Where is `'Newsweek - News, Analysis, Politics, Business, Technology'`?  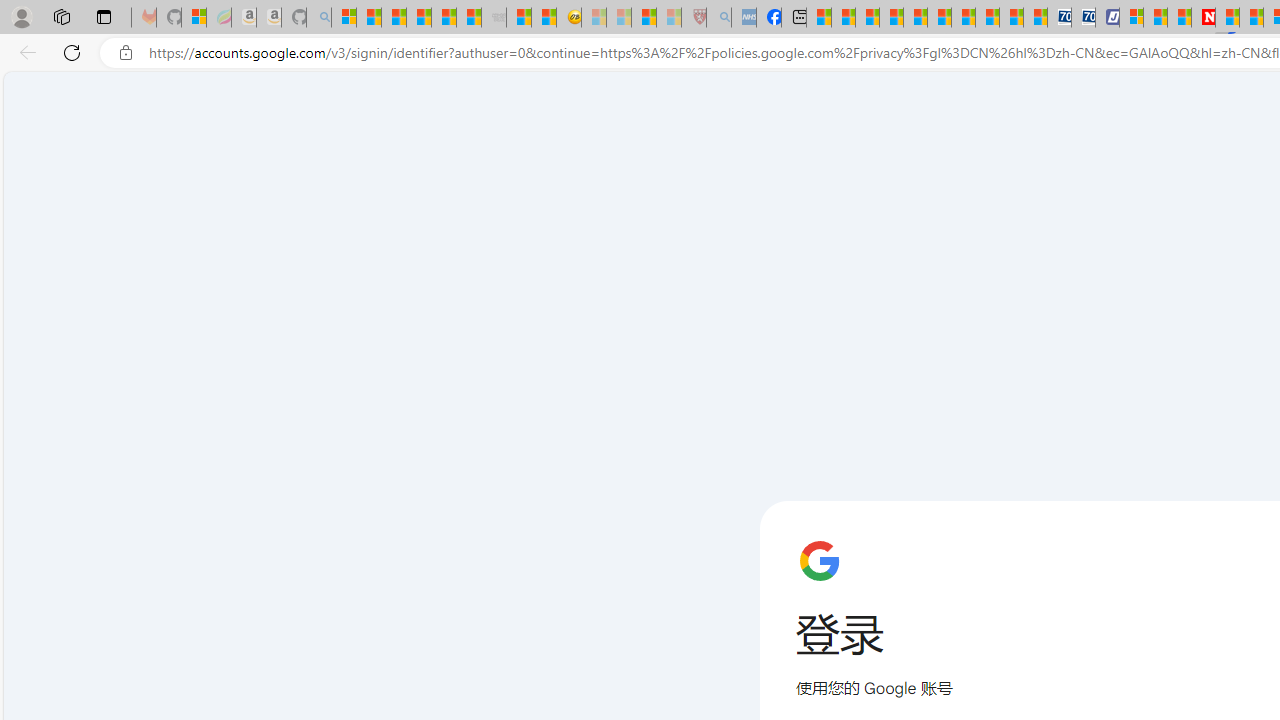 'Newsweek - News, Analysis, Politics, Business, Technology' is located at coordinates (1202, 17).